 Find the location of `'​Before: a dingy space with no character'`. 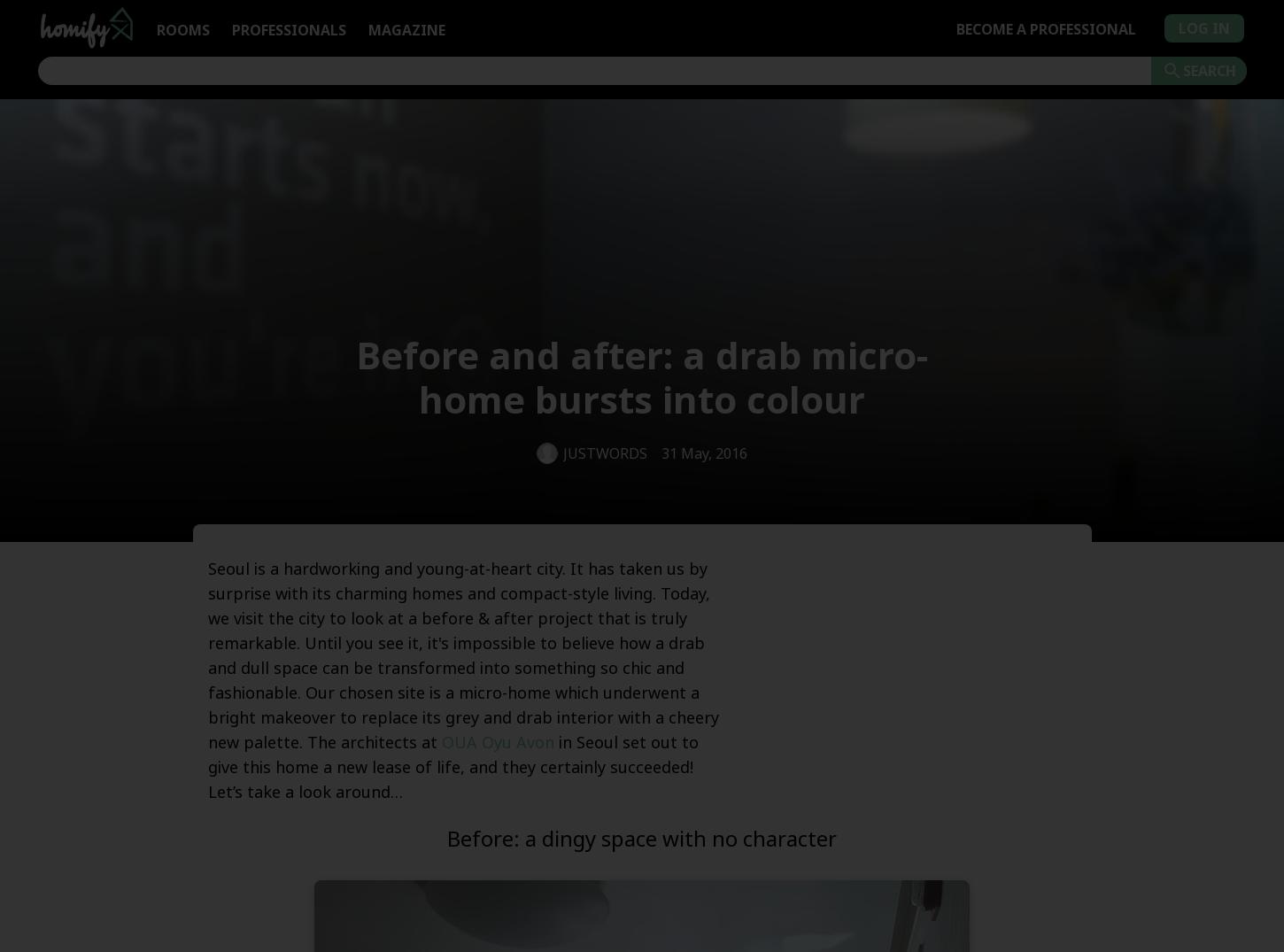

'​Before: a dingy space with no character' is located at coordinates (642, 838).